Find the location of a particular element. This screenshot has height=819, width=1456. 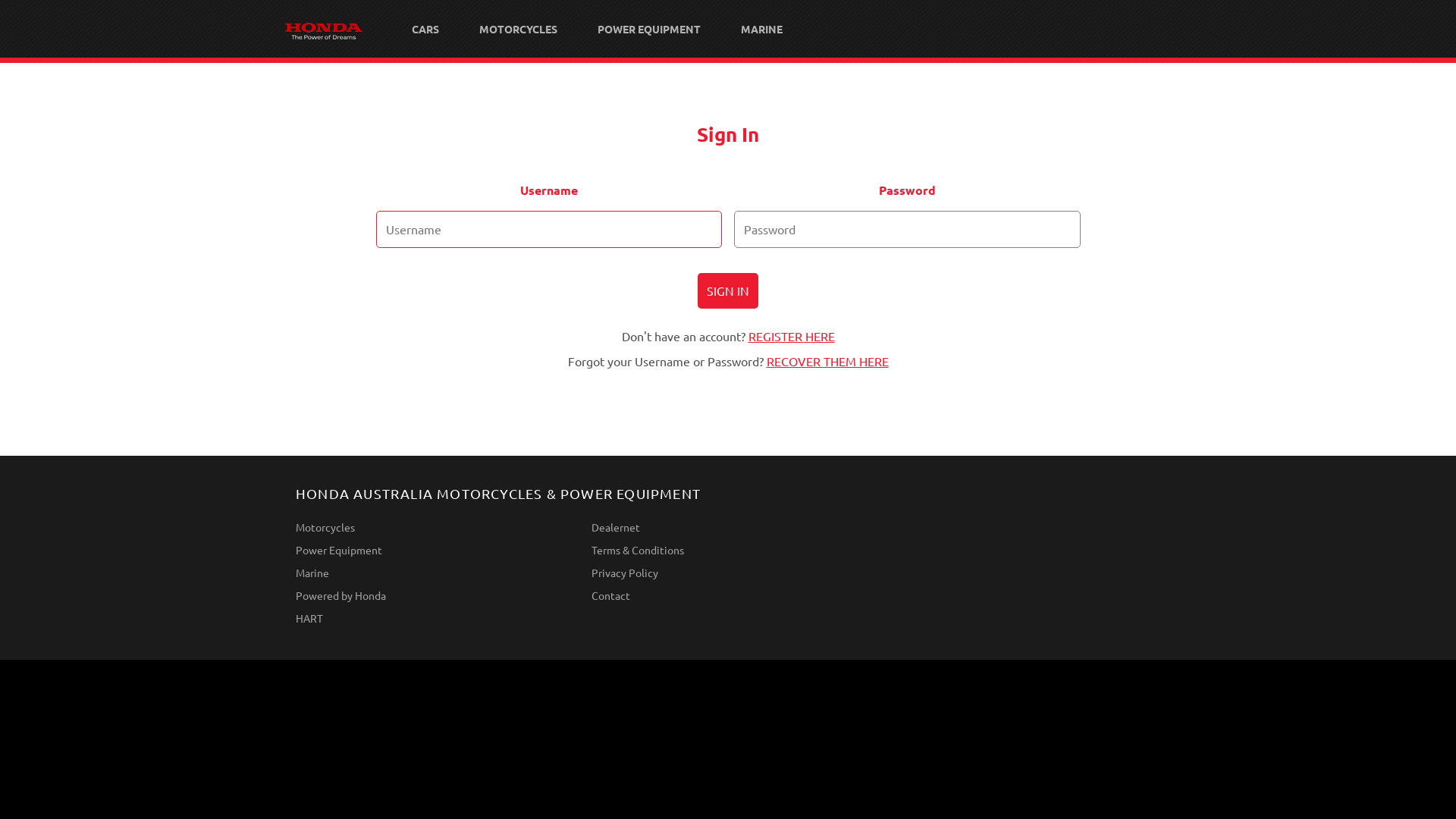

'CARS' is located at coordinates (425, 29).